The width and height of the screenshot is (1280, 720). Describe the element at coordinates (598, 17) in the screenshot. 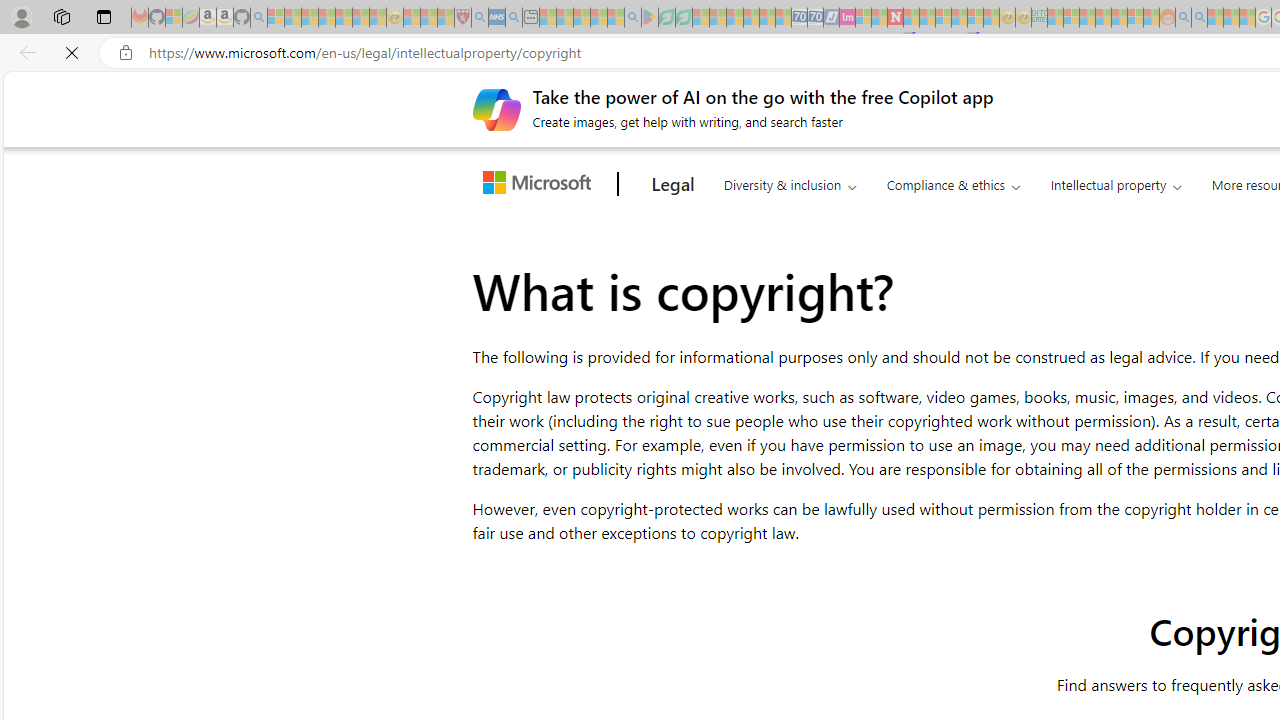

I see `'Pets - MSN - Sleeping'` at that location.